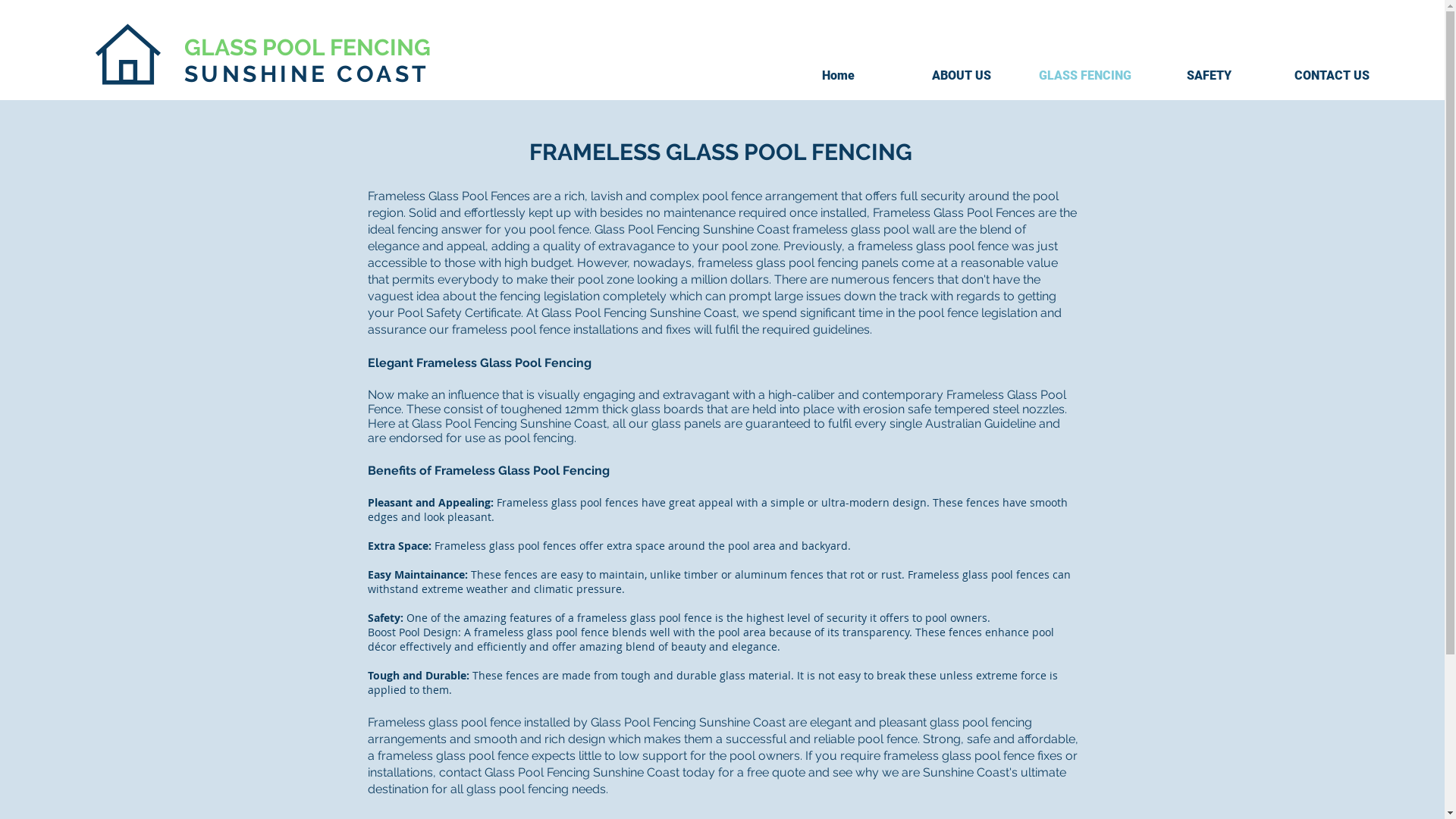 This screenshot has height=819, width=1456. Describe the element at coordinates (1331, 76) in the screenshot. I see `'CONTACT US'` at that location.